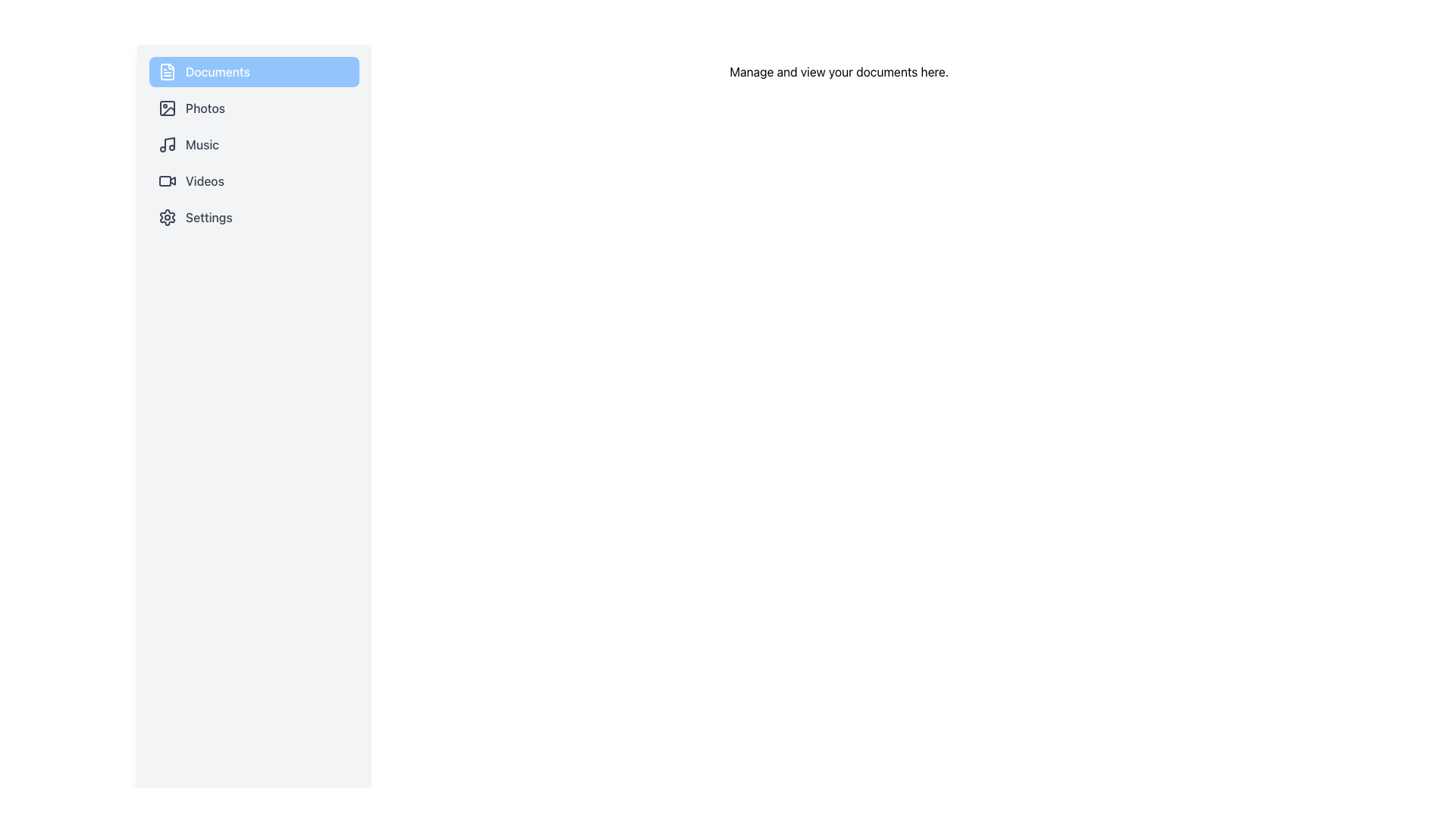  Describe the element at coordinates (167, 107) in the screenshot. I see `the 'Photos' icon in the sidebar menu` at that location.